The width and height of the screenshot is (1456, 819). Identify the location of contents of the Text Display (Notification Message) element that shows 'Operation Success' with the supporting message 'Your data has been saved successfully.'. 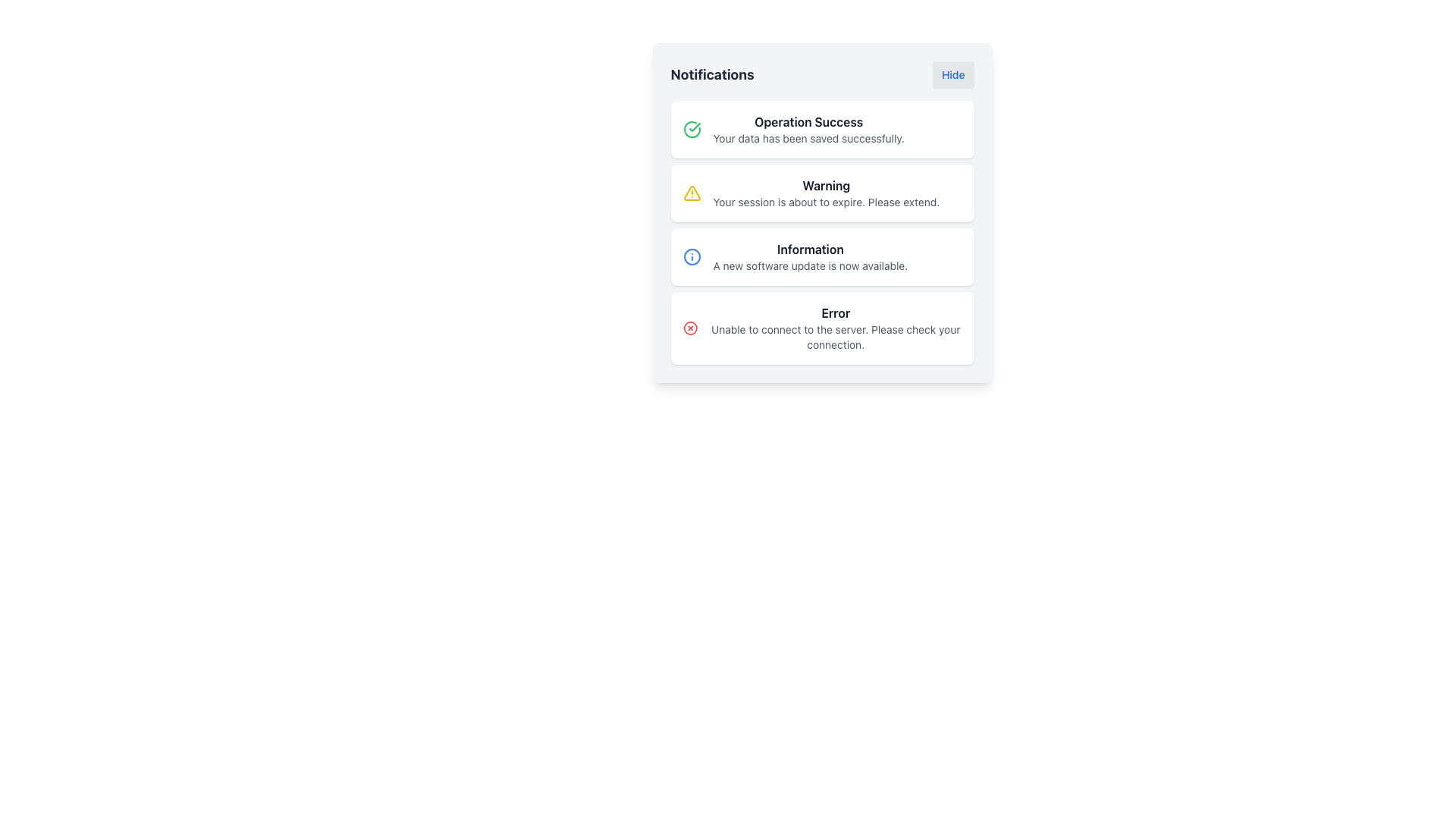
(808, 128).